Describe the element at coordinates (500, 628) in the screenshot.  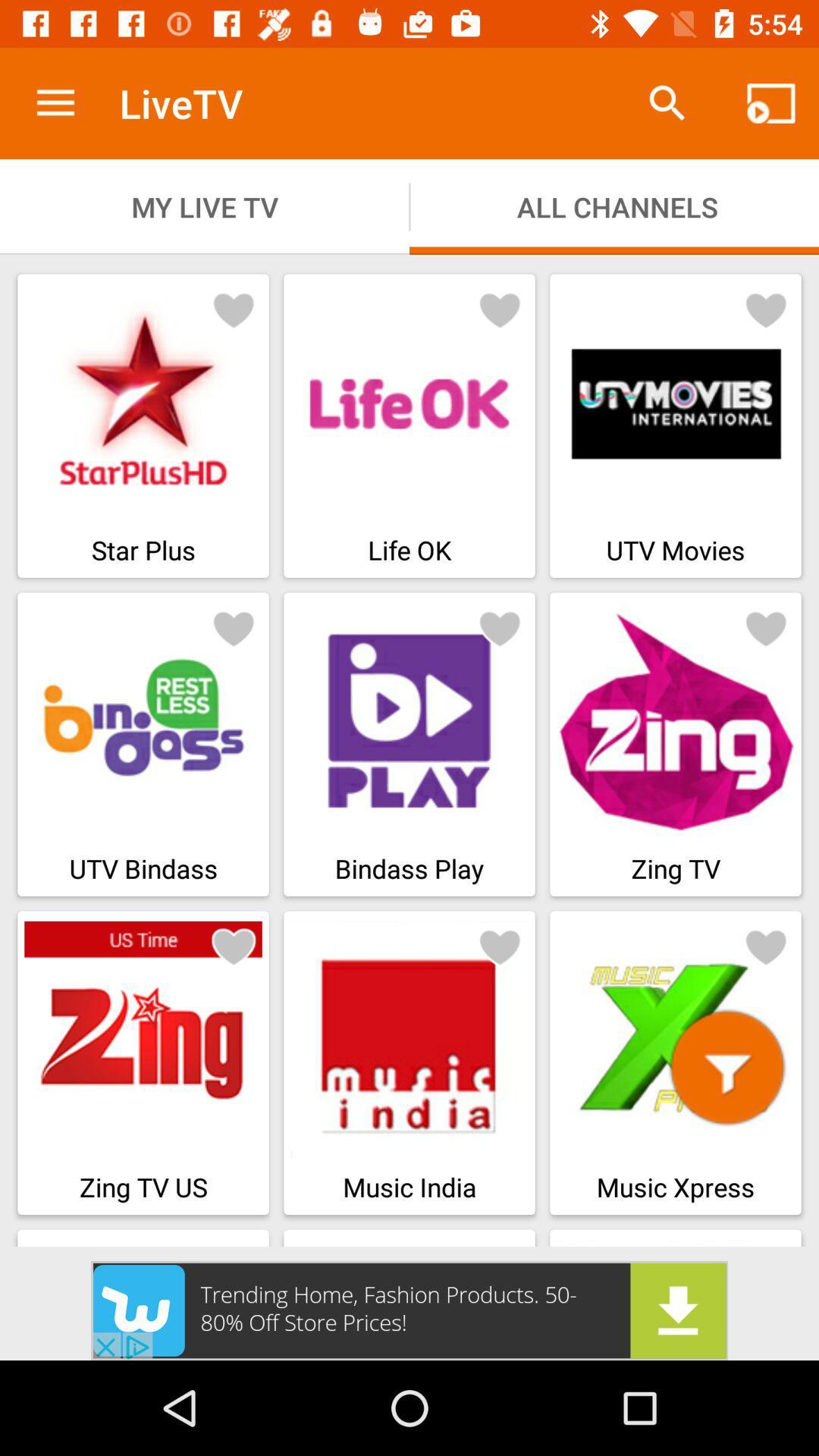
I see `like page` at that location.